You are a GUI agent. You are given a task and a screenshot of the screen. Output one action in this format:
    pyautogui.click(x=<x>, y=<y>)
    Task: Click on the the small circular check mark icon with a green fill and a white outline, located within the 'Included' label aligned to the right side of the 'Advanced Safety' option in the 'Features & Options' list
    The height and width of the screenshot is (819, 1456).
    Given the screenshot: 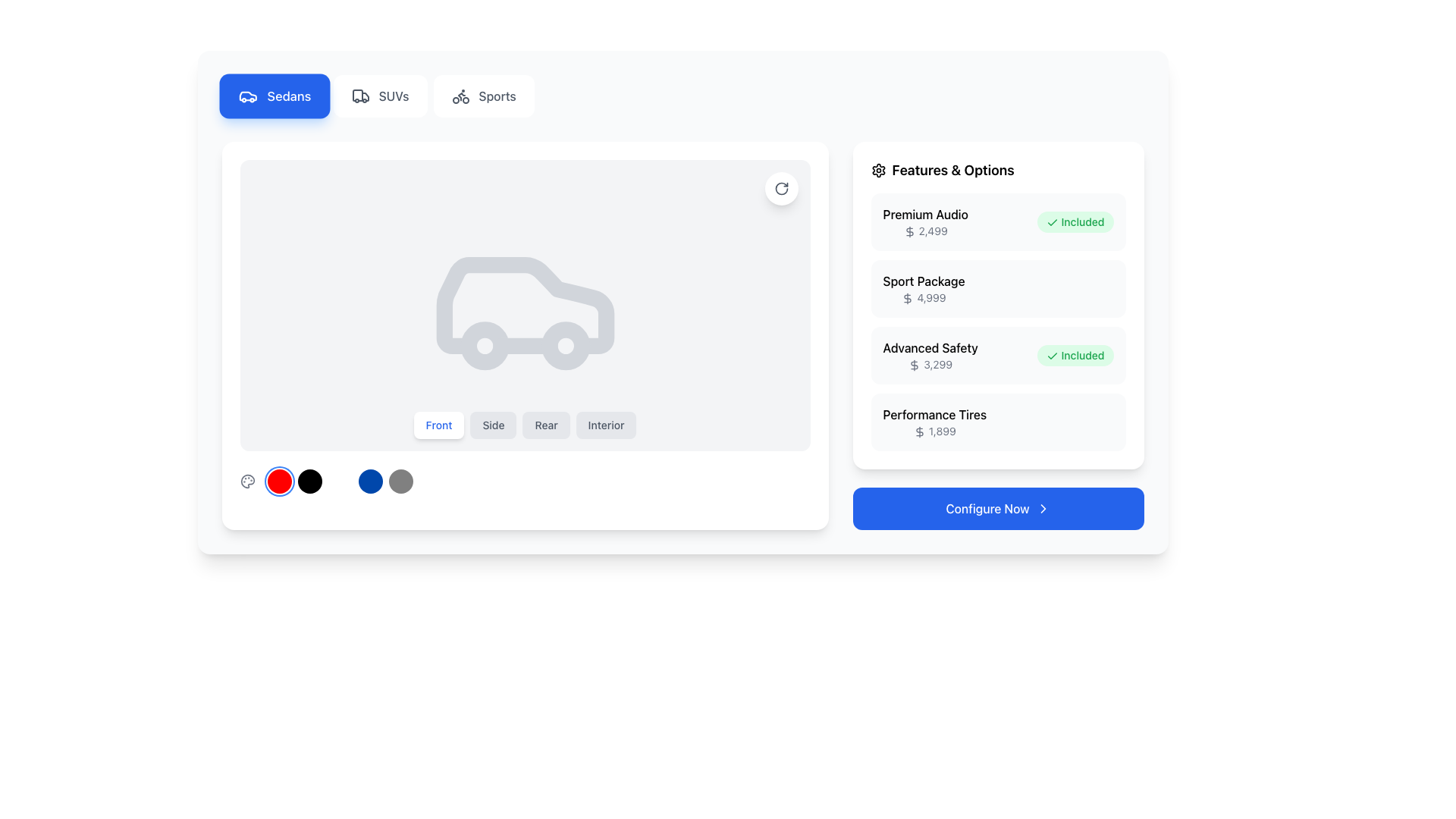 What is the action you would take?
    pyautogui.click(x=1051, y=356)
    